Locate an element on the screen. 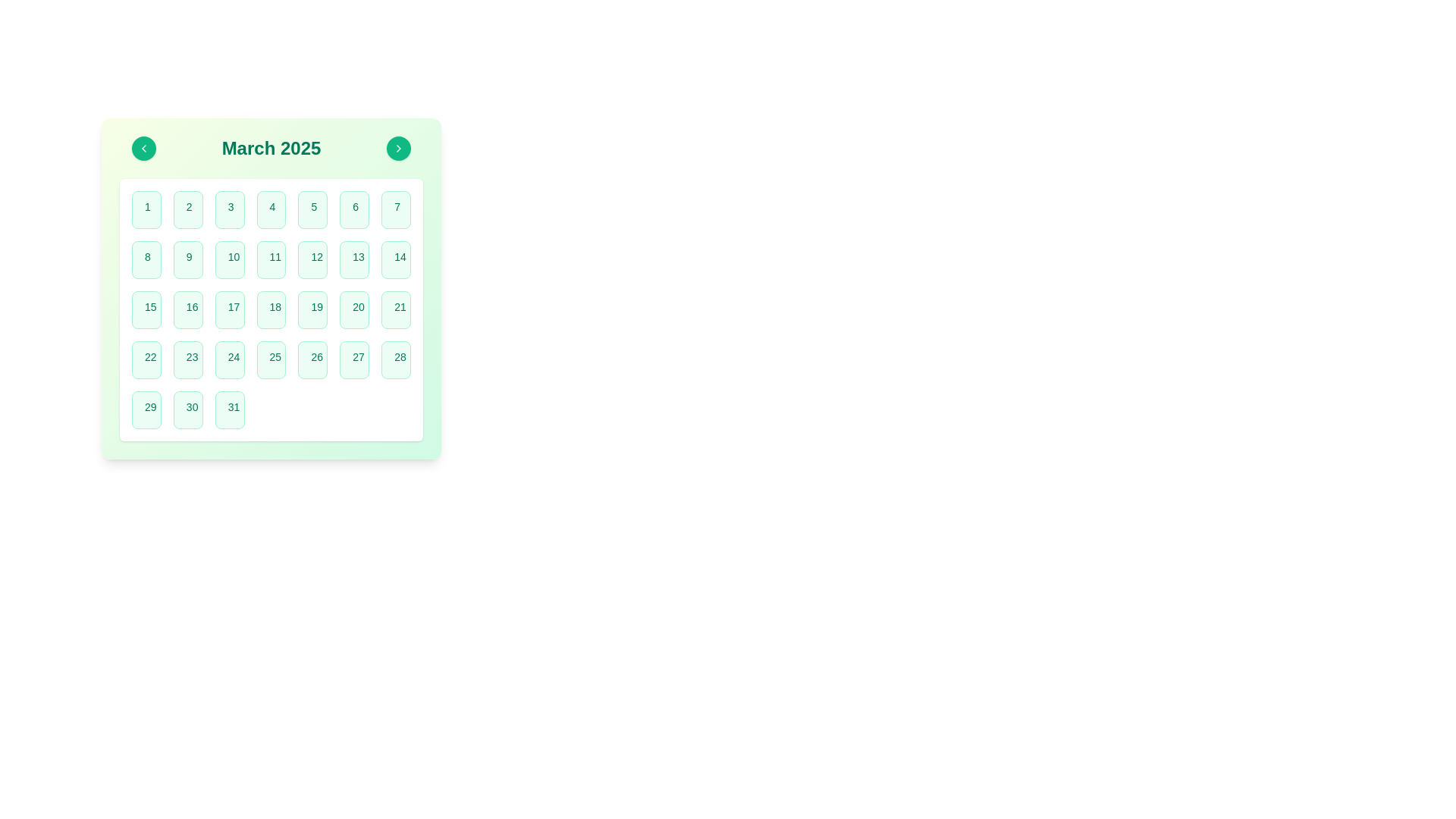 Image resolution: width=1456 pixels, height=819 pixels. the text label displaying the number '9' in green, positioned at the center of the ninth cell in the calendar grid is located at coordinates (188, 256).